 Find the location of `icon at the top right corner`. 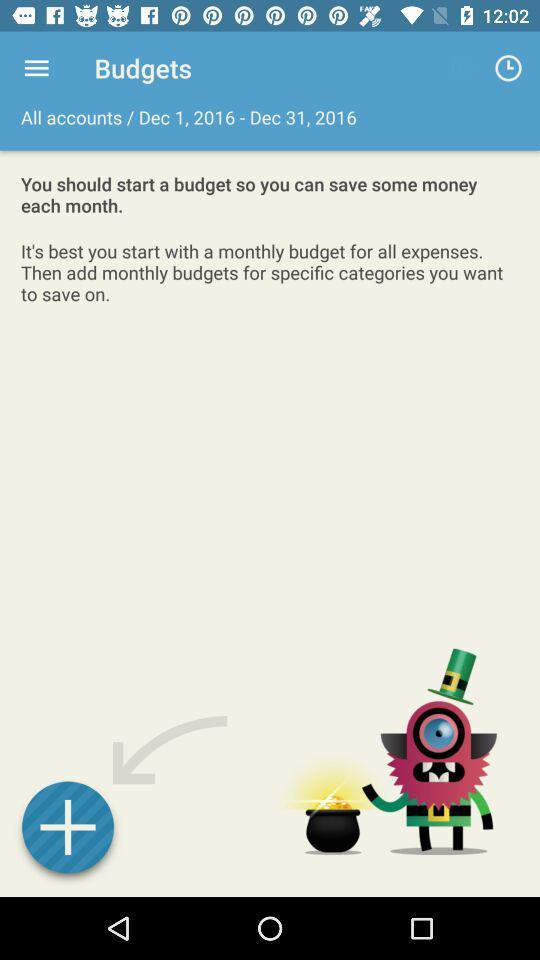

icon at the top right corner is located at coordinates (508, 68).